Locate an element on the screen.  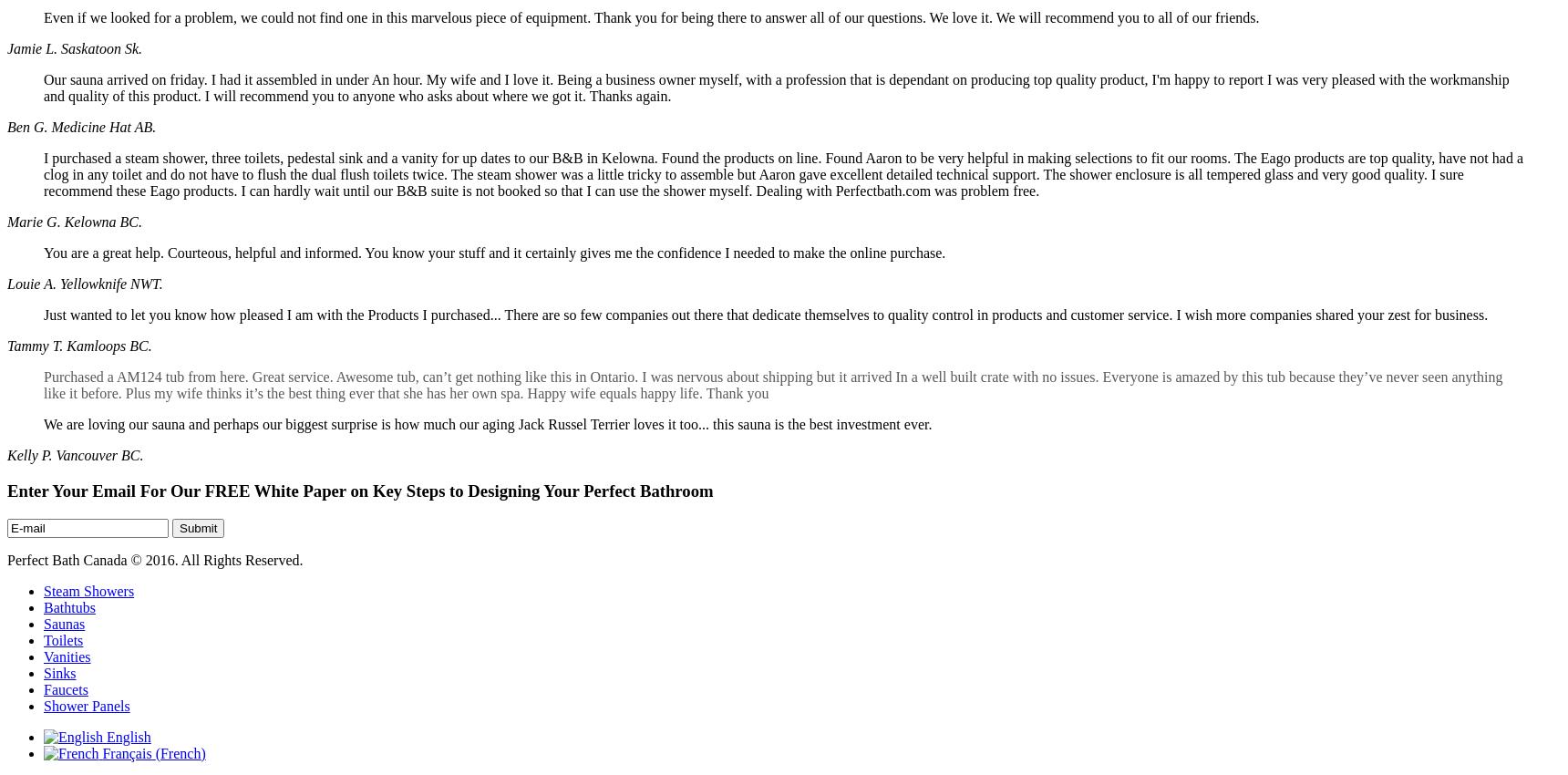
'Faucets' is located at coordinates (65, 688).